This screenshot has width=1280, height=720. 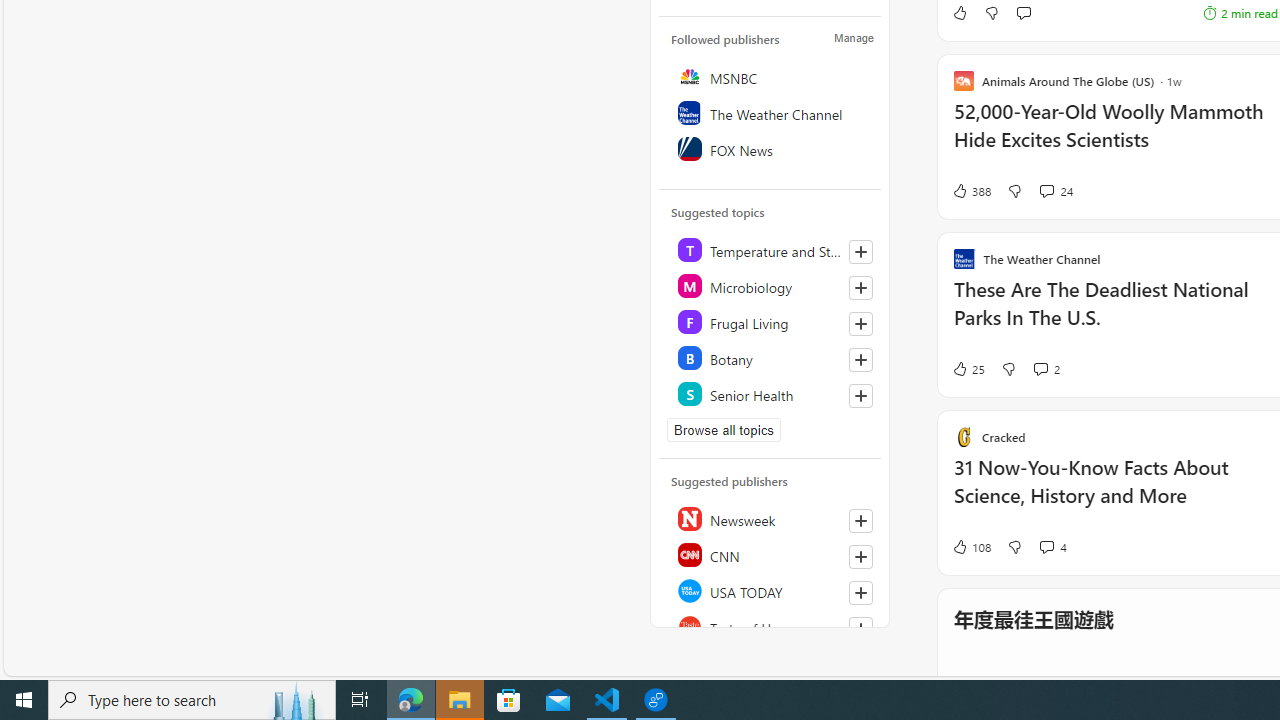 I want to click on 'Manage', so click(x=854, y=37).